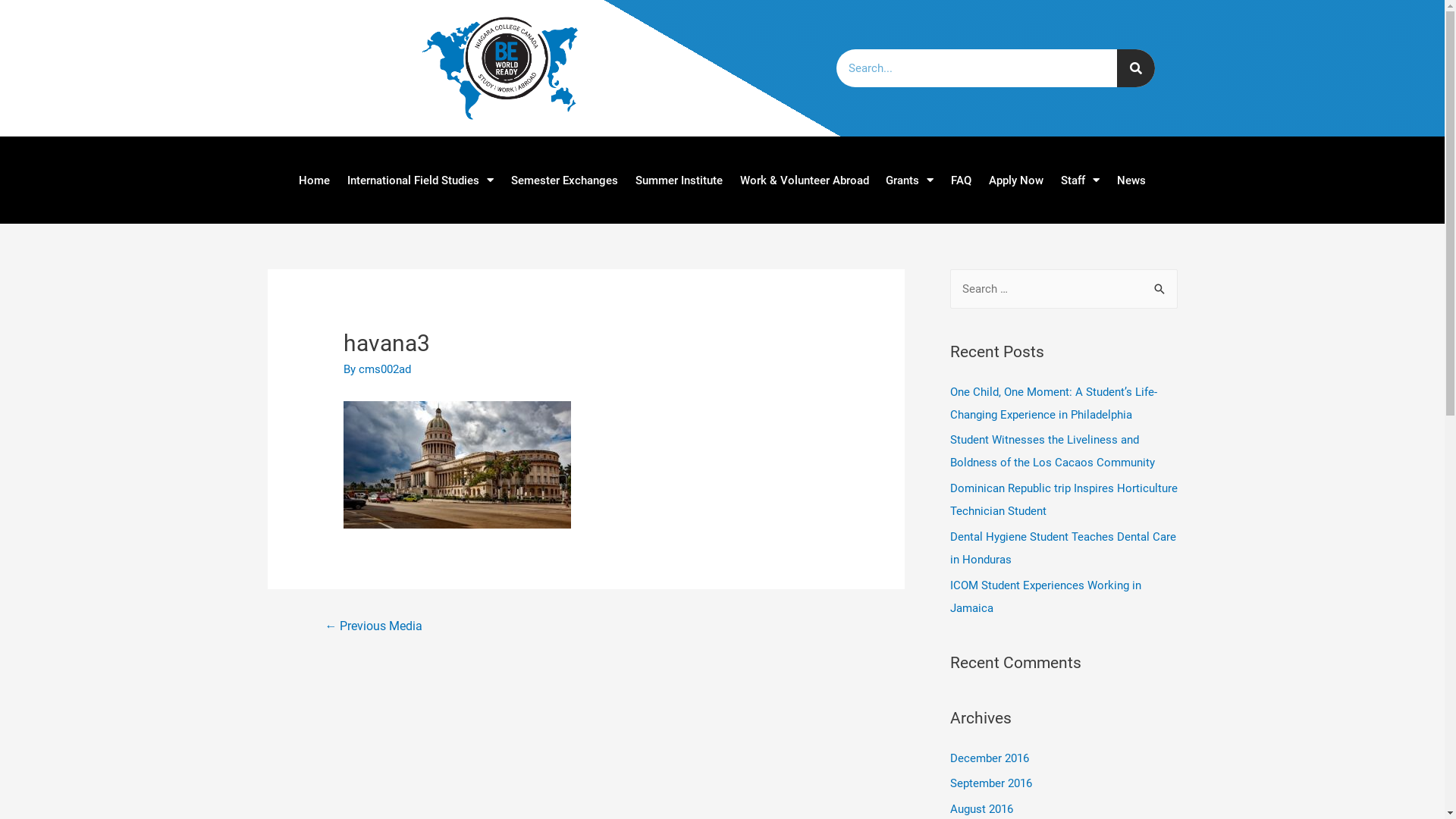 Image resolution: width=1456 pixels, height=819 pixels. What do you see at coordinates (960, 178) in the screenshot?
I see `'FAQ'` at bounding box center [960, 178].